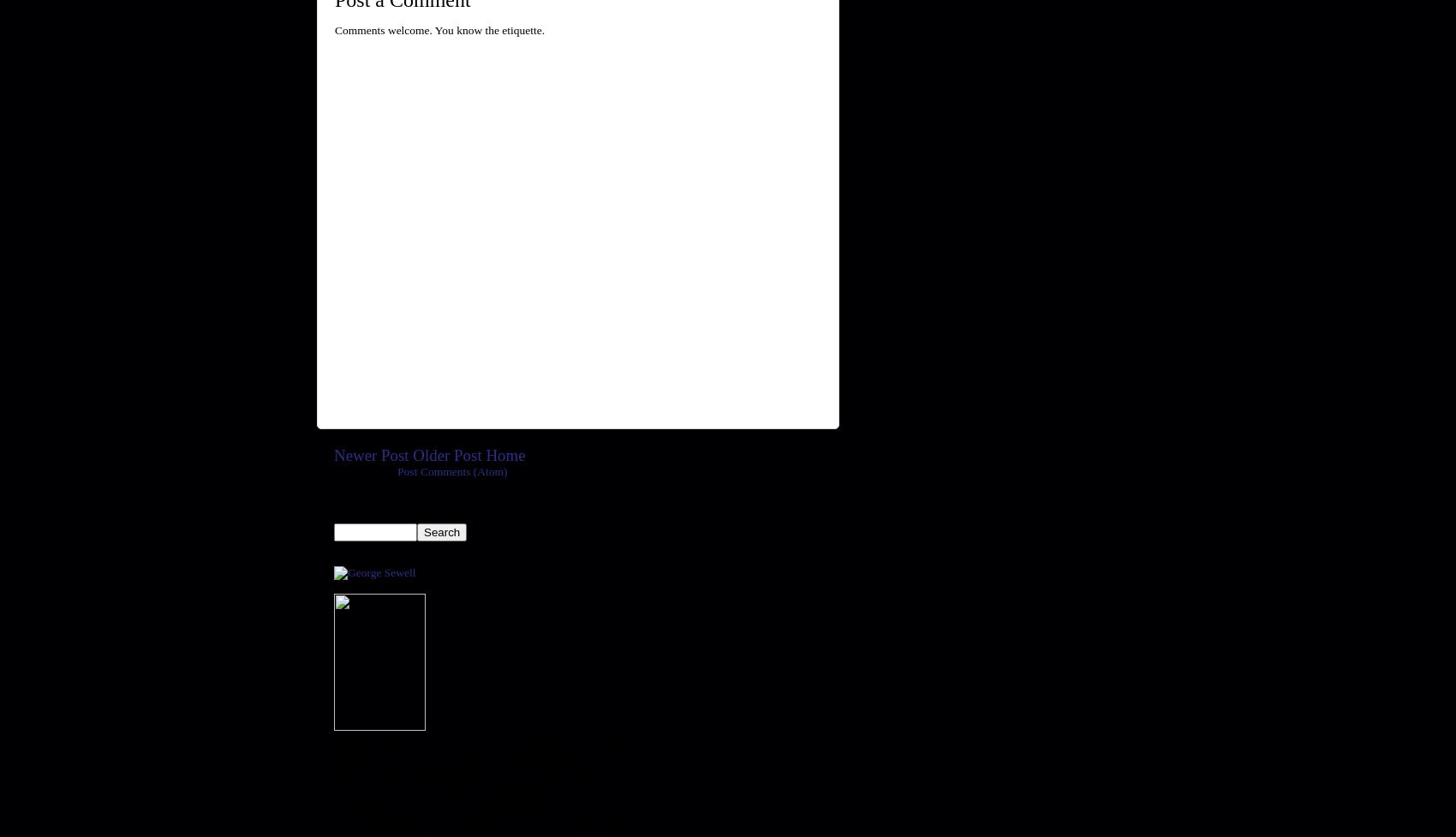 Image resolution: width=1456 pixels, height=837 pixels. Describe the element at coordinates (332, 552) in the screenshot. I see `'George Sewell'` at that location.